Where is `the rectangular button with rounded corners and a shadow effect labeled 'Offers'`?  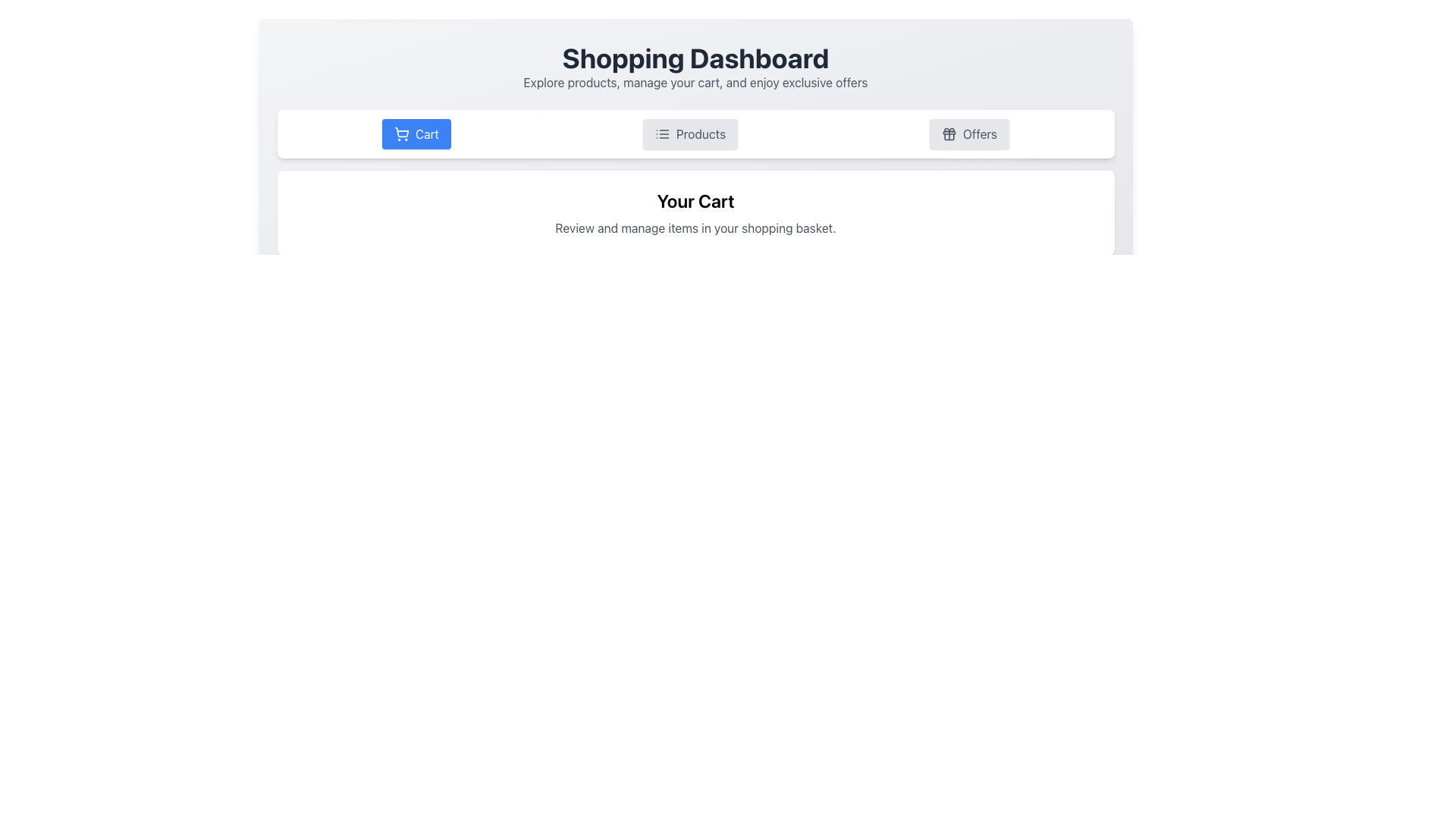 the rectangular button with rounded corners and a shadow effect labeled 'Offers' is located at coordinates (968, 133).